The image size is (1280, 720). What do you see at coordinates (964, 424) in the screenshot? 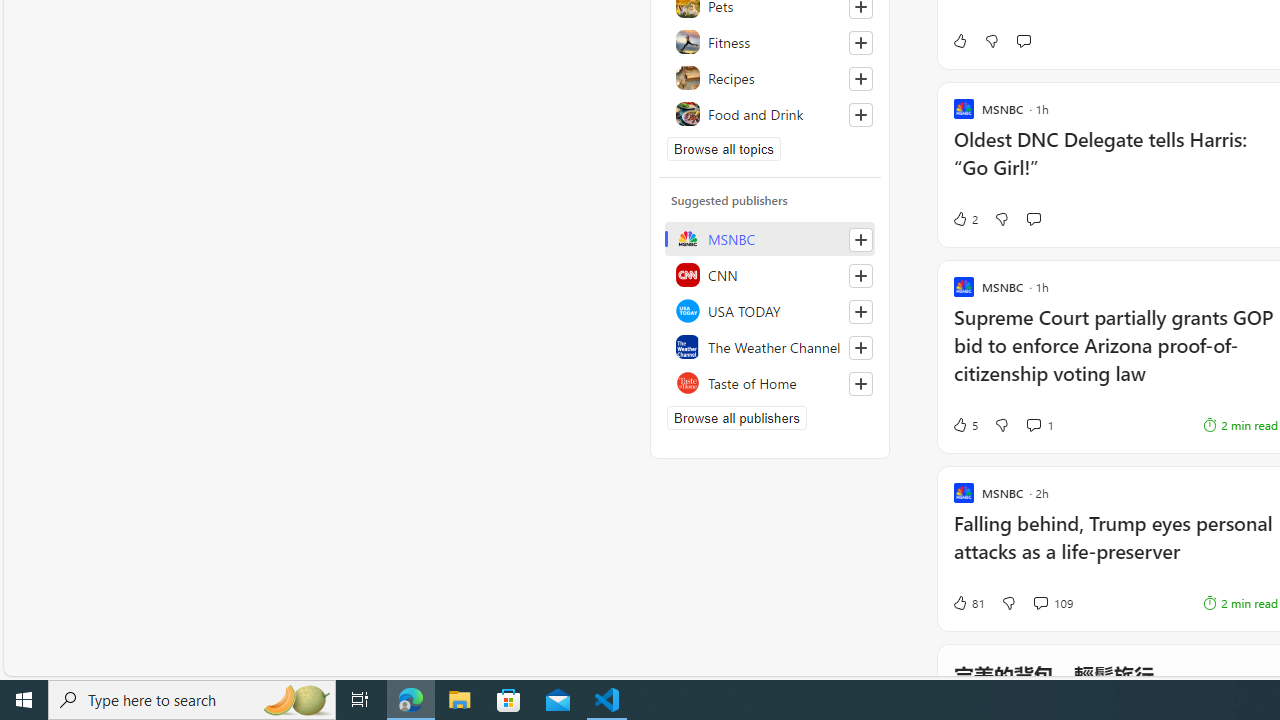
I see `'5 Like'` at bounding box center [964, 424].